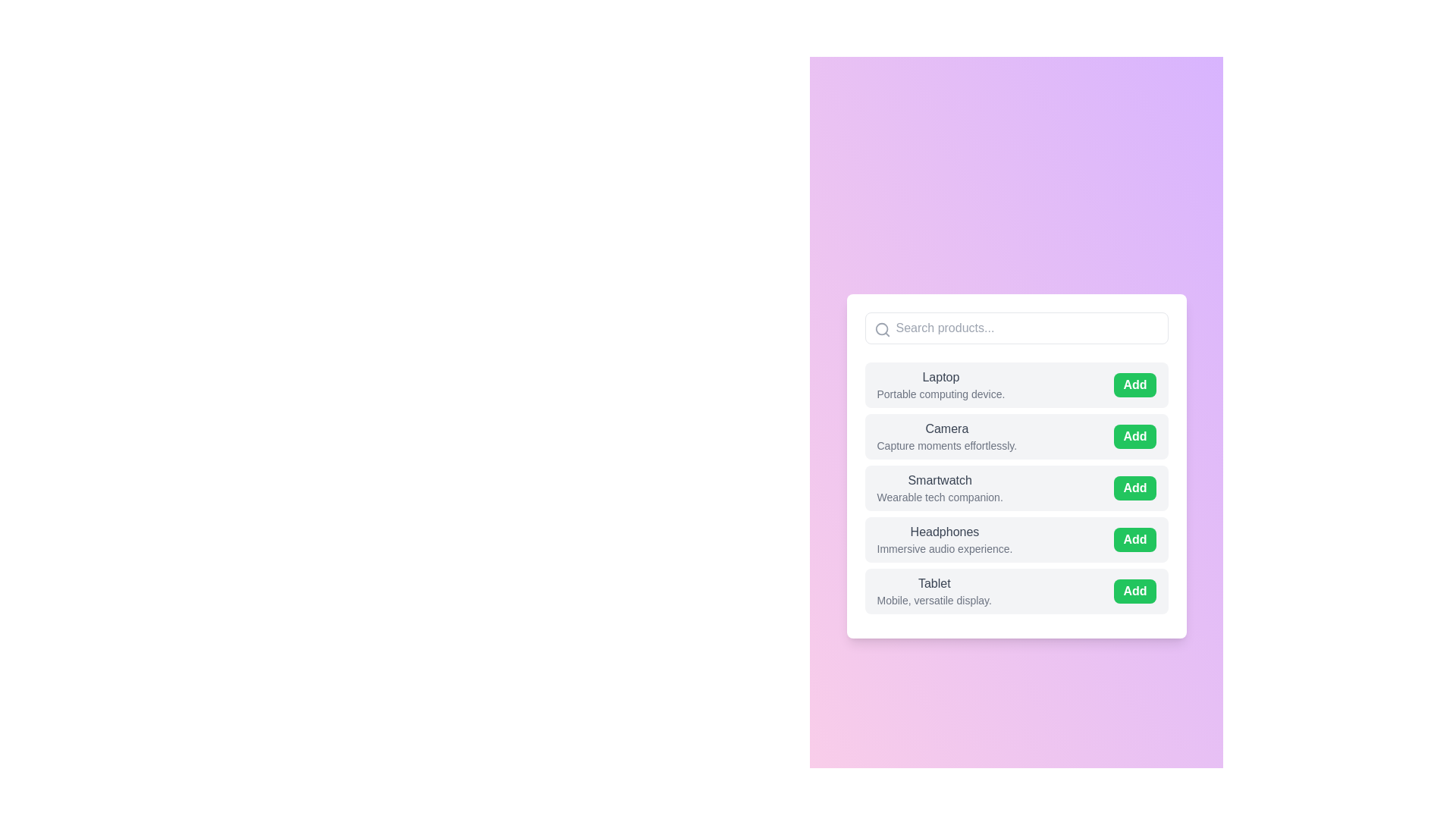 This screenshot has height=819, width=1456. Describe the element at coordinates (882, 329) in the screenshot. I see `the search icon, represented as a magnifying glass with a light gray color scheme, located at the top-left corner of the search bar` at that location.